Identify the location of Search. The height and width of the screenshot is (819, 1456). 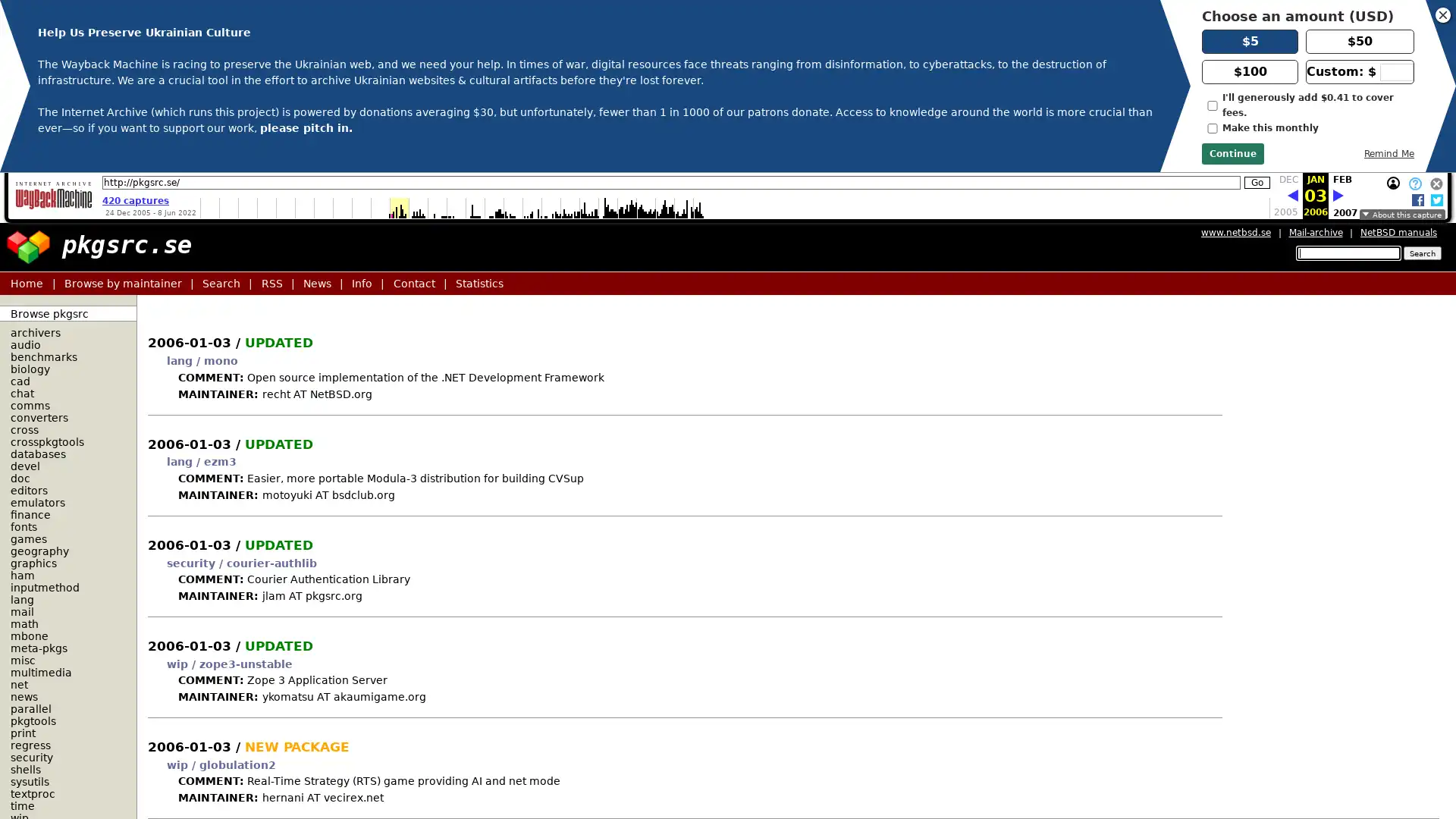
(1421, 253).